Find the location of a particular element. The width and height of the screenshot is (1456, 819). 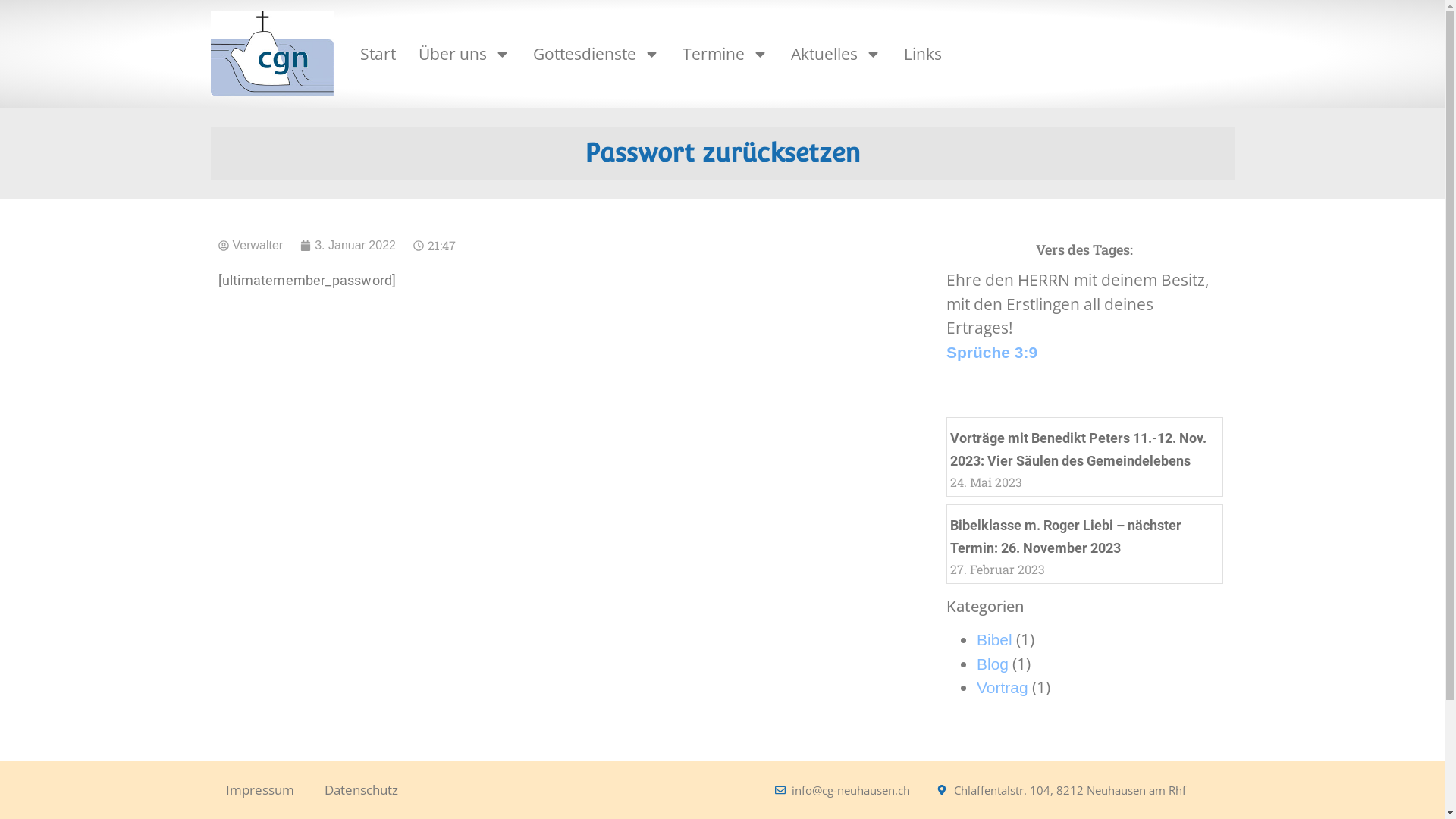

'Vortrag' is located at coordinates (1002, 687).